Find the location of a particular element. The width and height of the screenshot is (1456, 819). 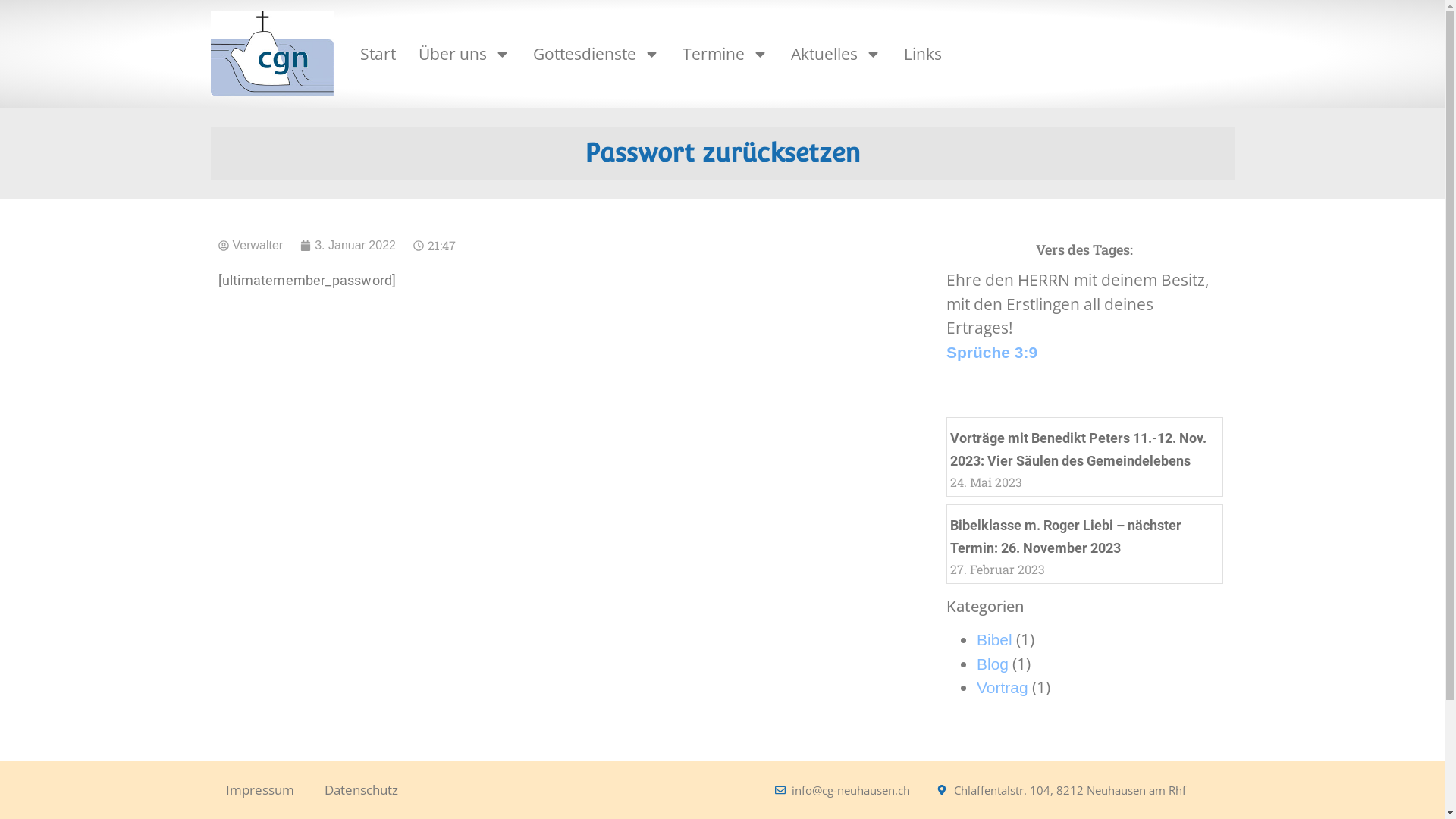

'Vortrag' is located at coordinates (1002, 687).